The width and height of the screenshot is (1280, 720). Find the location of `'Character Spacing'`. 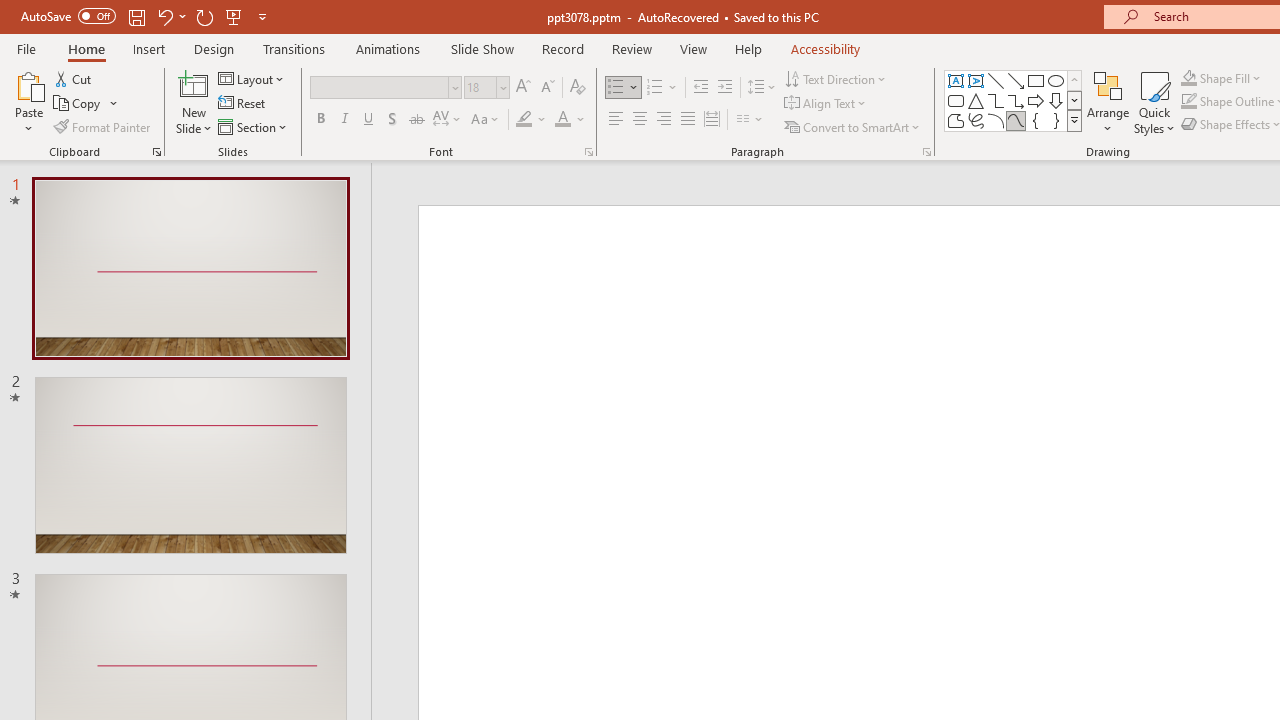

'Character Spacing' is located at coordinates (447, 119).